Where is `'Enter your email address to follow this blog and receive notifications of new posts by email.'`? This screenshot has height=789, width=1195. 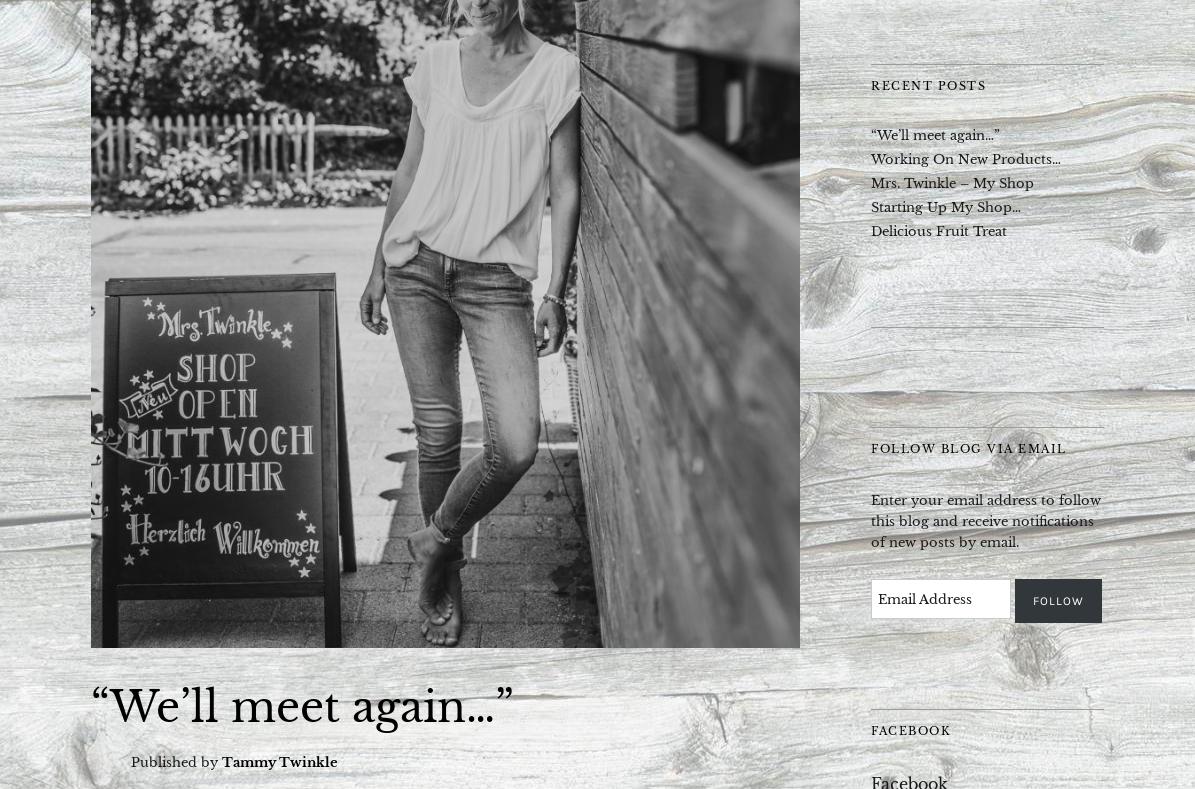 'Enter your email address to follow this blog and receive notifications of new posts by email.' is located at coordinates (985, 519).